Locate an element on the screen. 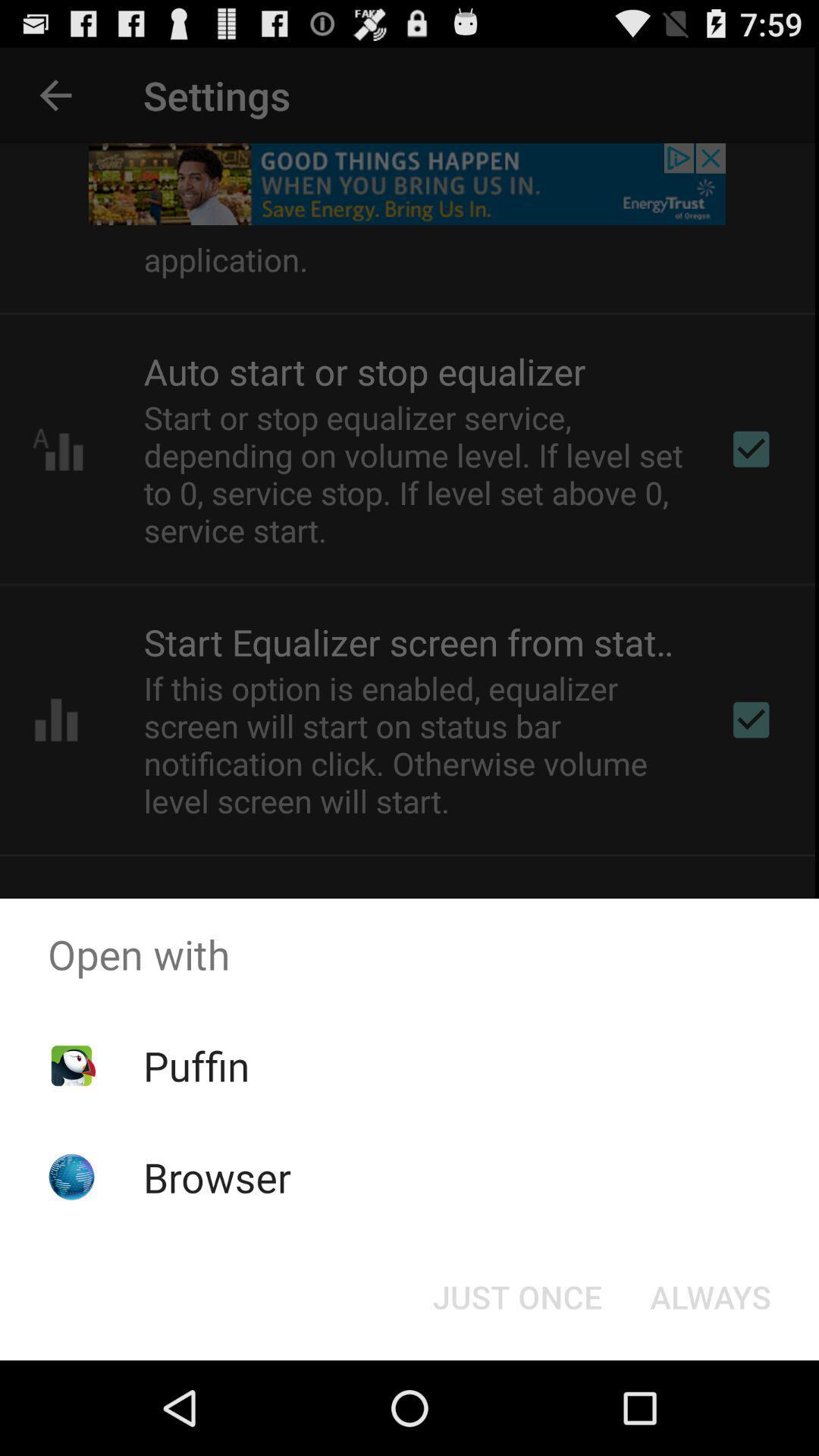  icon below open with item is located at coordinates (516, 1295).